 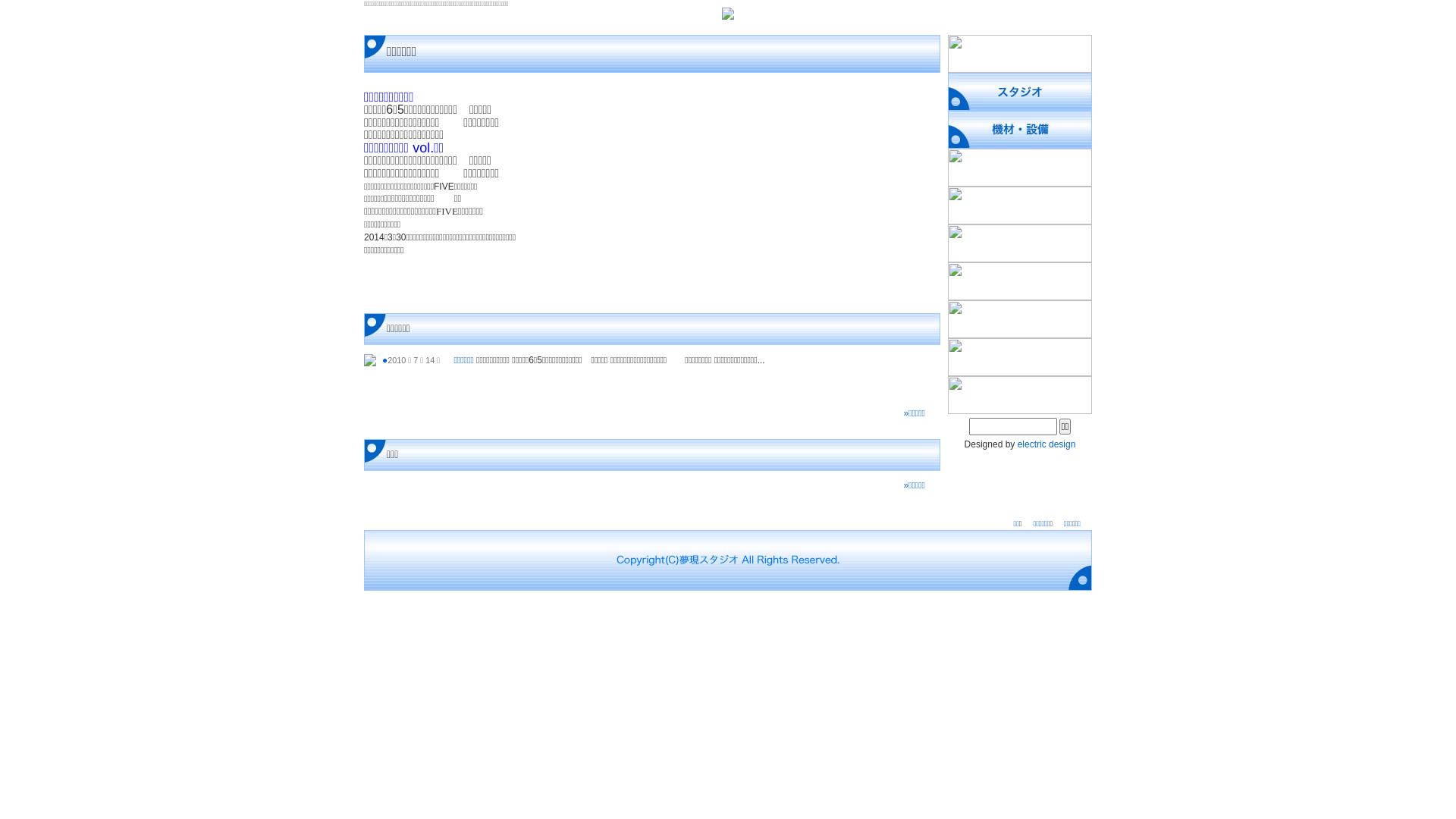 What do you see at coordinates (1046, 444) in the screenshot?
I see `'electric design'` at bounding box center [1046, 444].